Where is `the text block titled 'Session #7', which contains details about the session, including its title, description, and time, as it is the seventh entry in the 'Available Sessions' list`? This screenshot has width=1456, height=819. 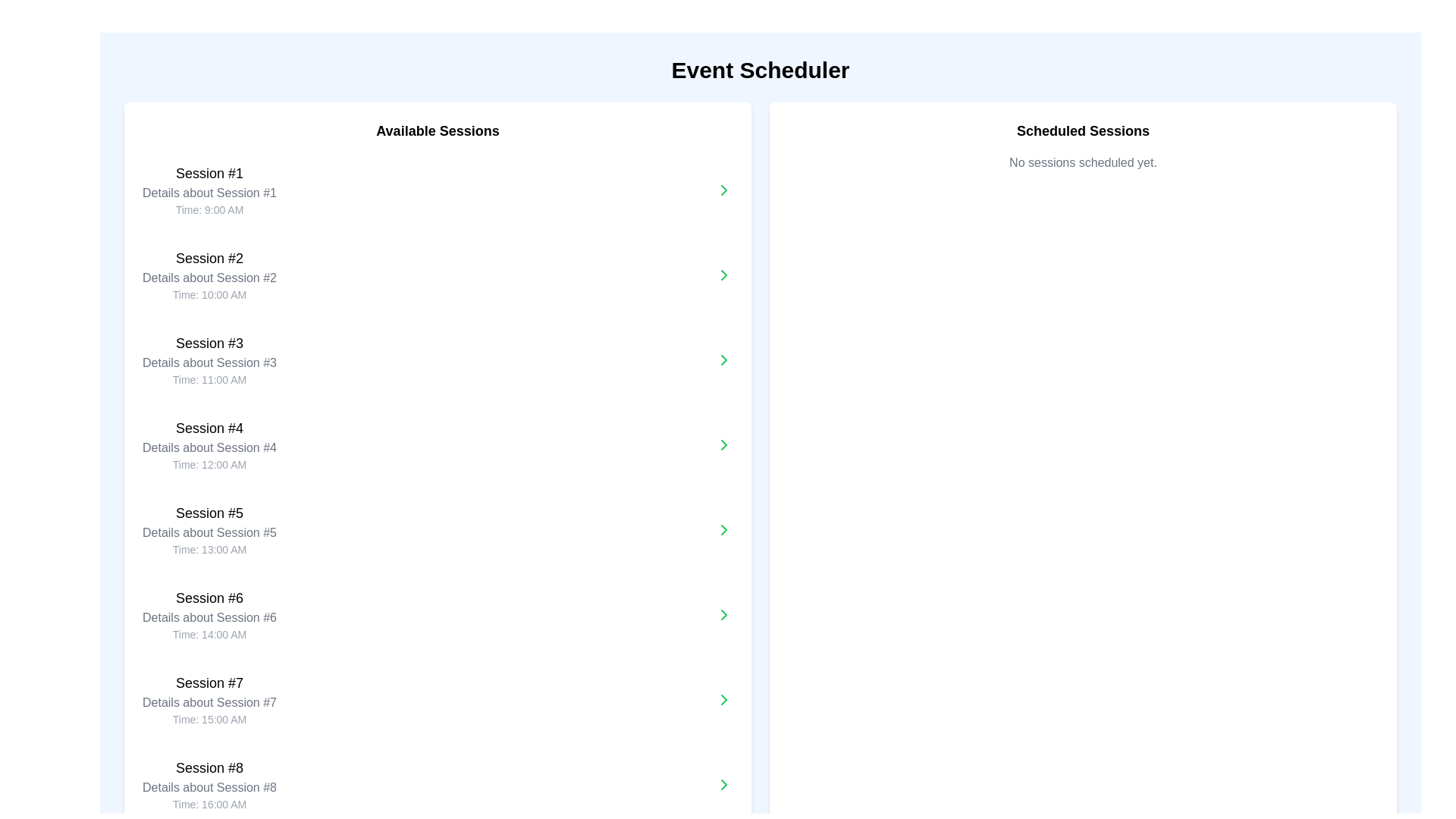
the text block titled 'Session #7', which contains details about the session, including its title, description, and time, as it is the seventh entry in the 'Available Sessions' list is located at coordinates (209, 699).